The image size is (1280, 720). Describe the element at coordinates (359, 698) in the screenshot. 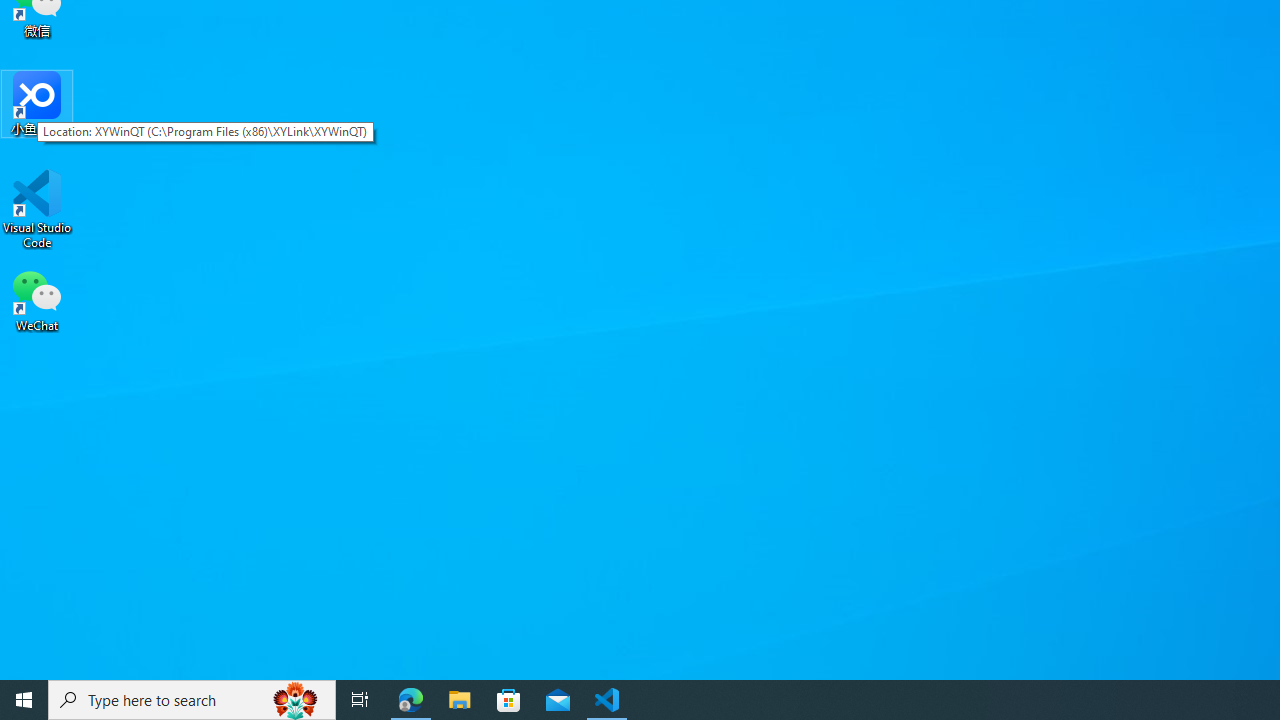

I see `'Task View'` at that location.